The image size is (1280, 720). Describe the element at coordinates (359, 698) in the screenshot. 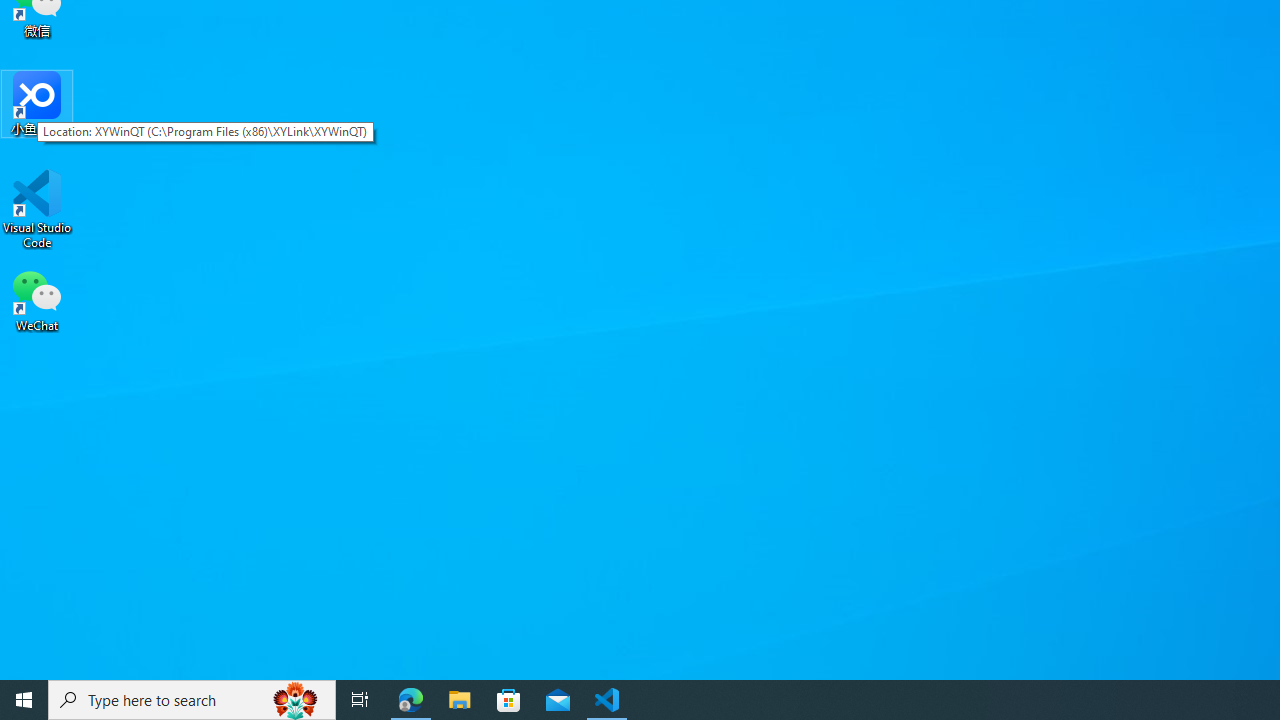

I see `'Task View'` at that location.